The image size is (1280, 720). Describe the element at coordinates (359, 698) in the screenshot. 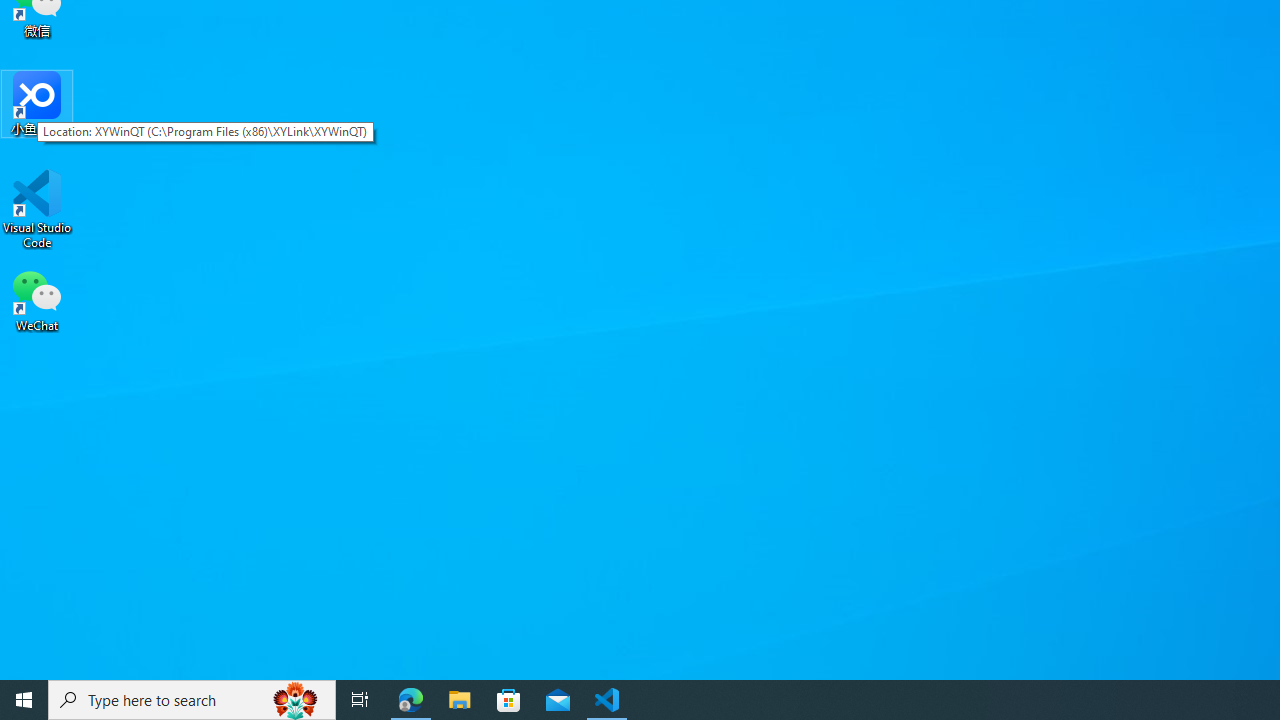

I see `'Task View'` at that location.